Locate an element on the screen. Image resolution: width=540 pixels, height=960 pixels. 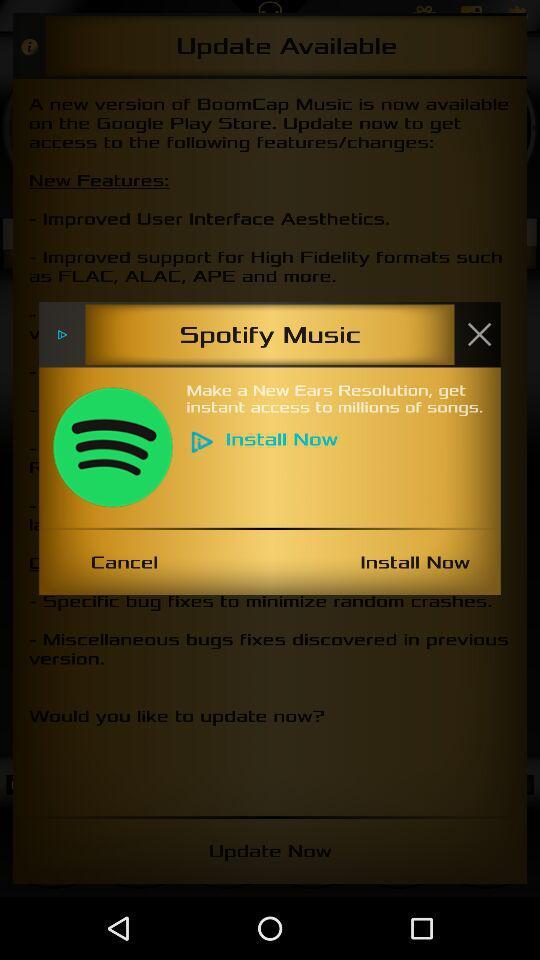
cancel is located at coordinates (124, 562).